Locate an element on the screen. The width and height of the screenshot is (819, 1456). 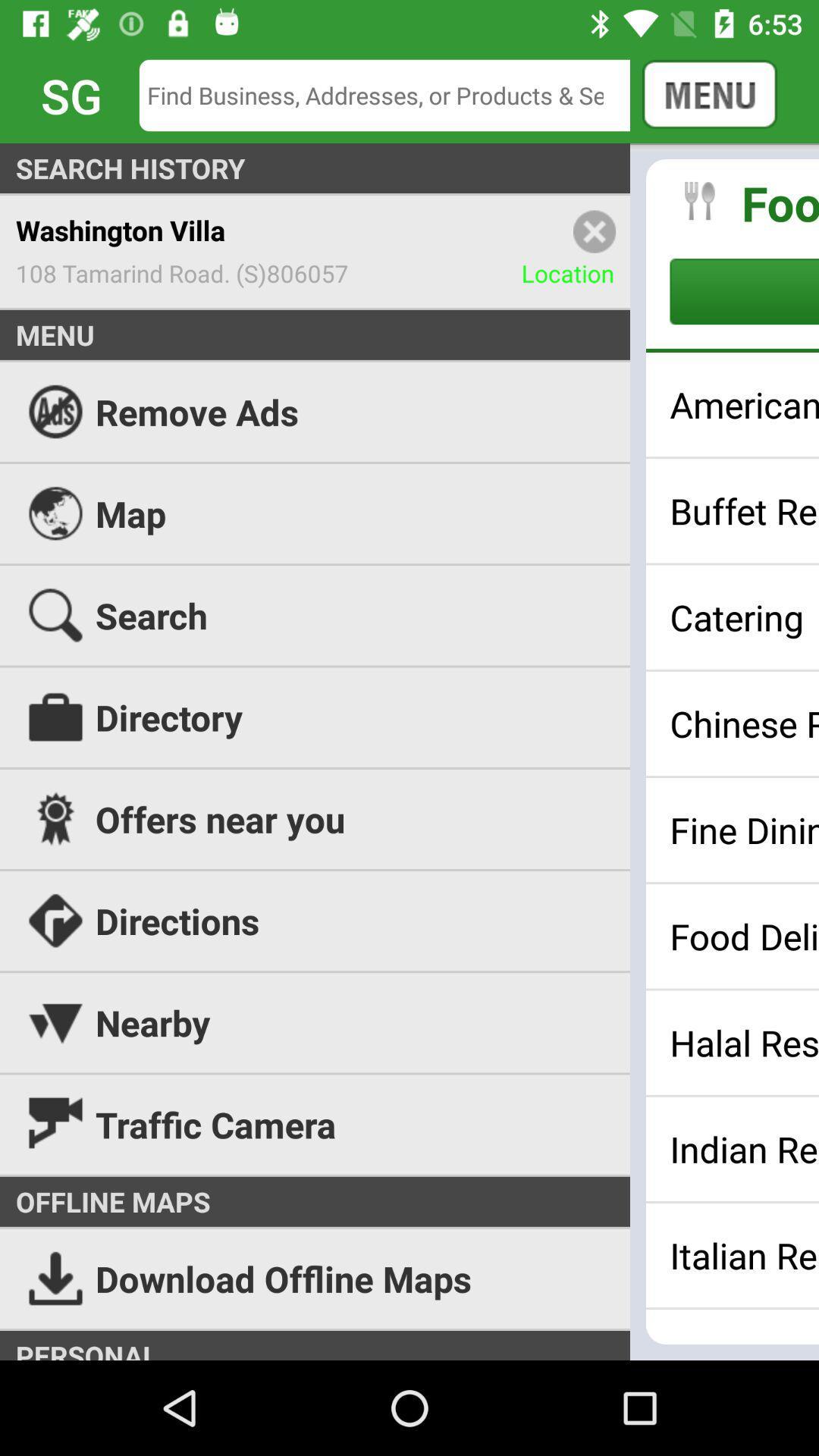
searching is located at coordinates (395, 94).